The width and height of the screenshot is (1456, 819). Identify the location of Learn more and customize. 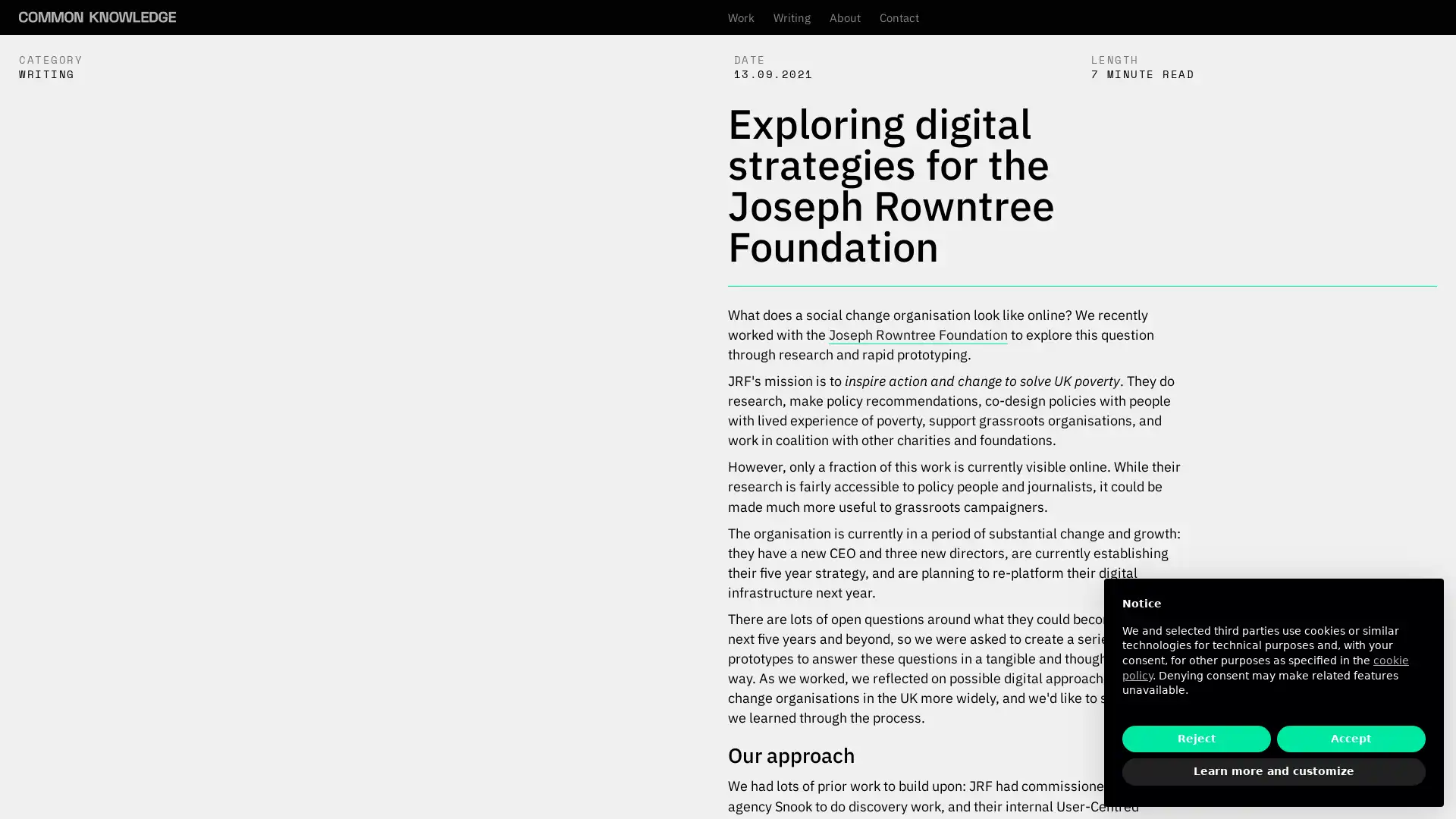
(1274, 772).